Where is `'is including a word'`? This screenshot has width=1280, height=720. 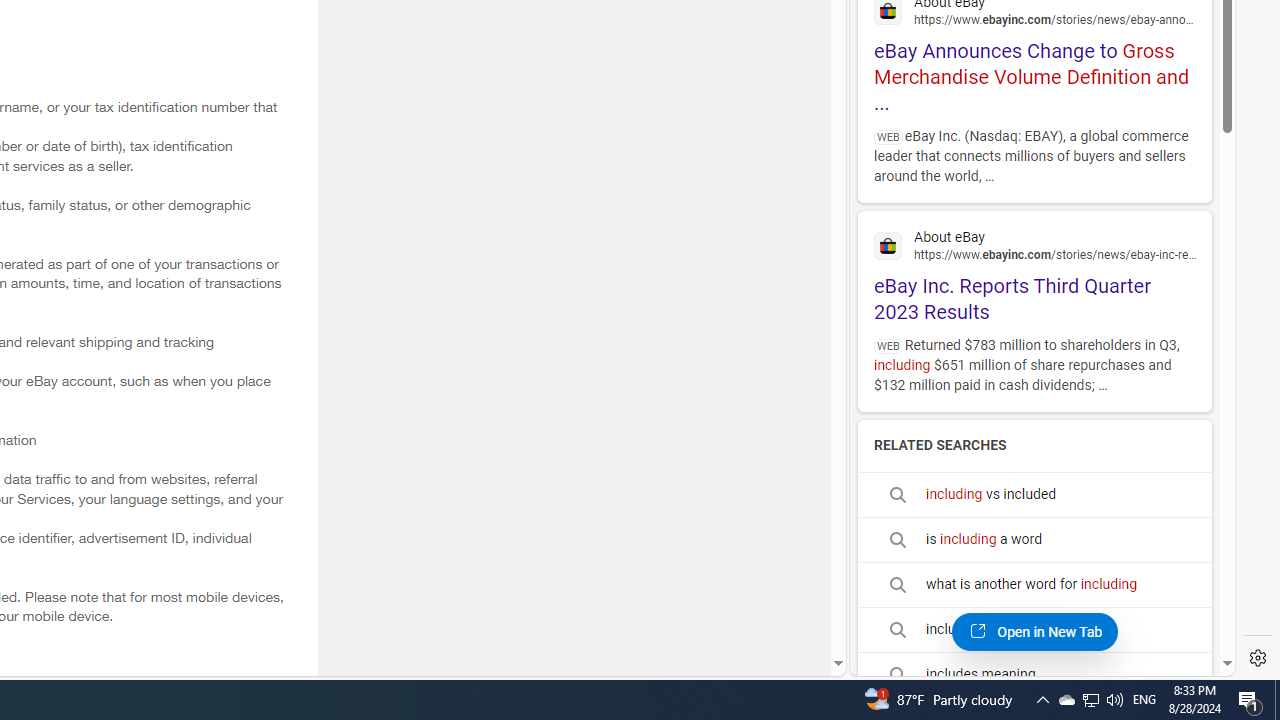 'is including a word' is located at coordinates (1034, 538).